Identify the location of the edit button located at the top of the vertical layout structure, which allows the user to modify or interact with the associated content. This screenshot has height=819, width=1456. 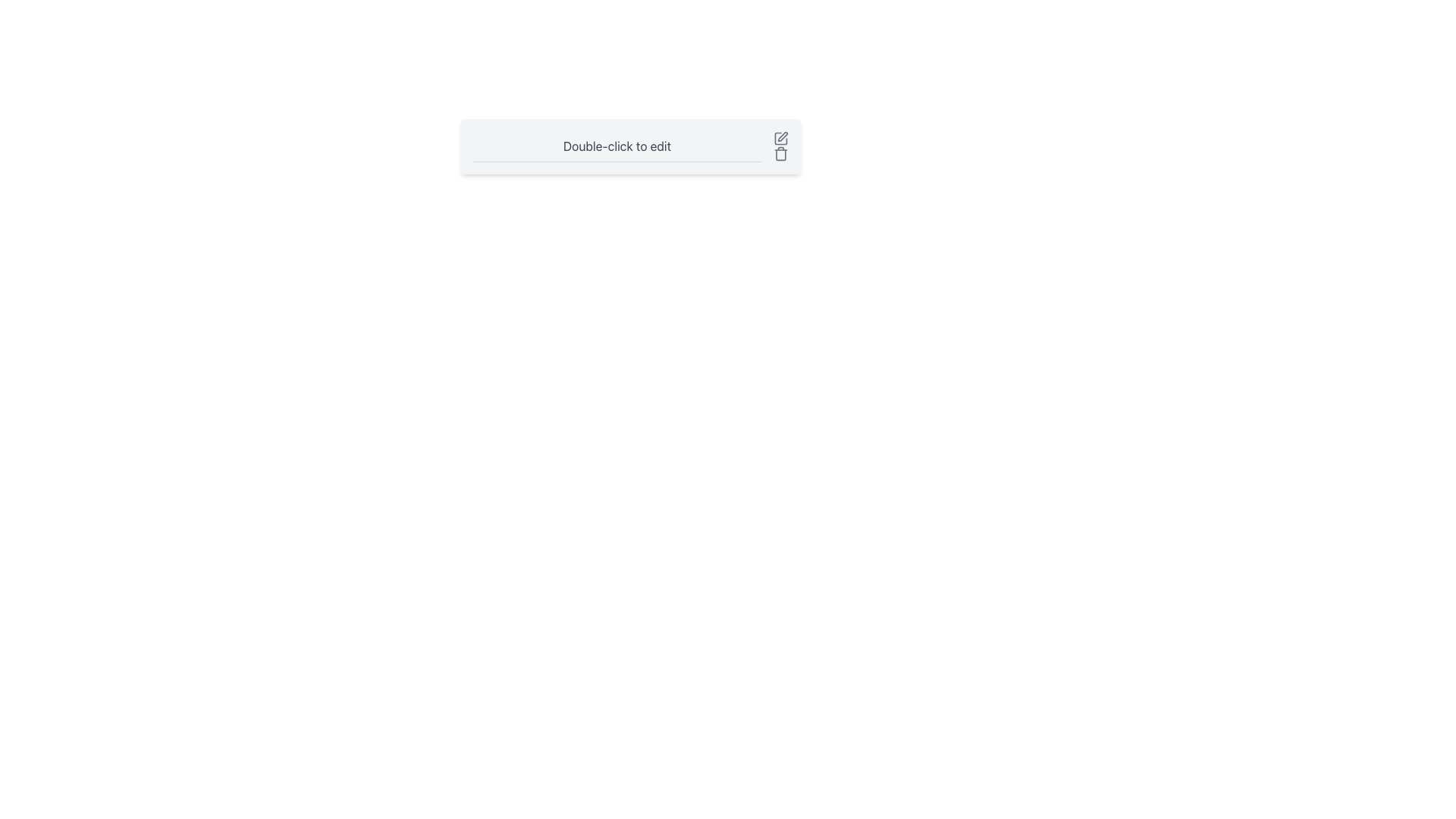
(781, 138).